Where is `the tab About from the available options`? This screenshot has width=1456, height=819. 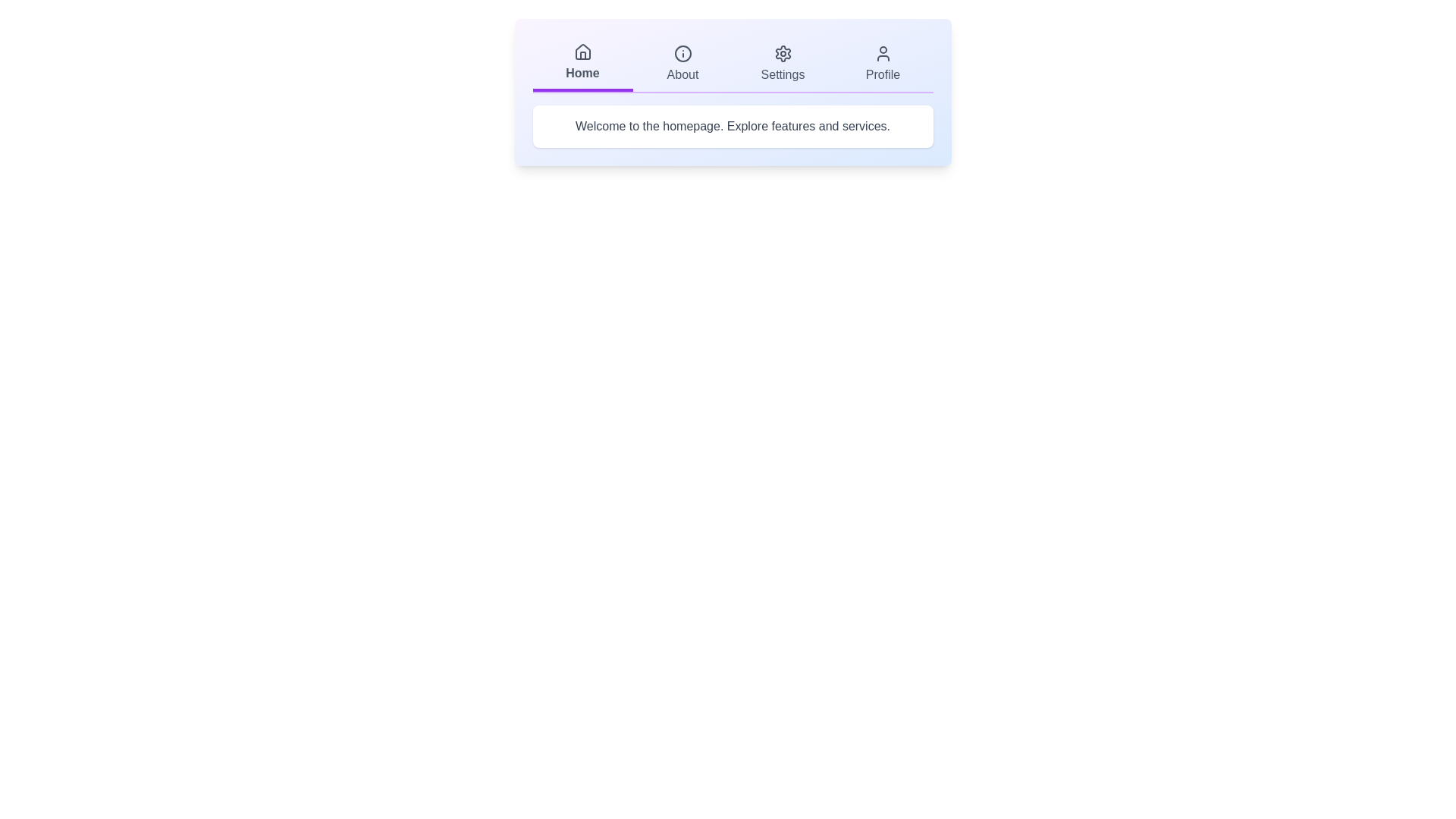 the tab About from the available options is located at coordinates (682, 63).